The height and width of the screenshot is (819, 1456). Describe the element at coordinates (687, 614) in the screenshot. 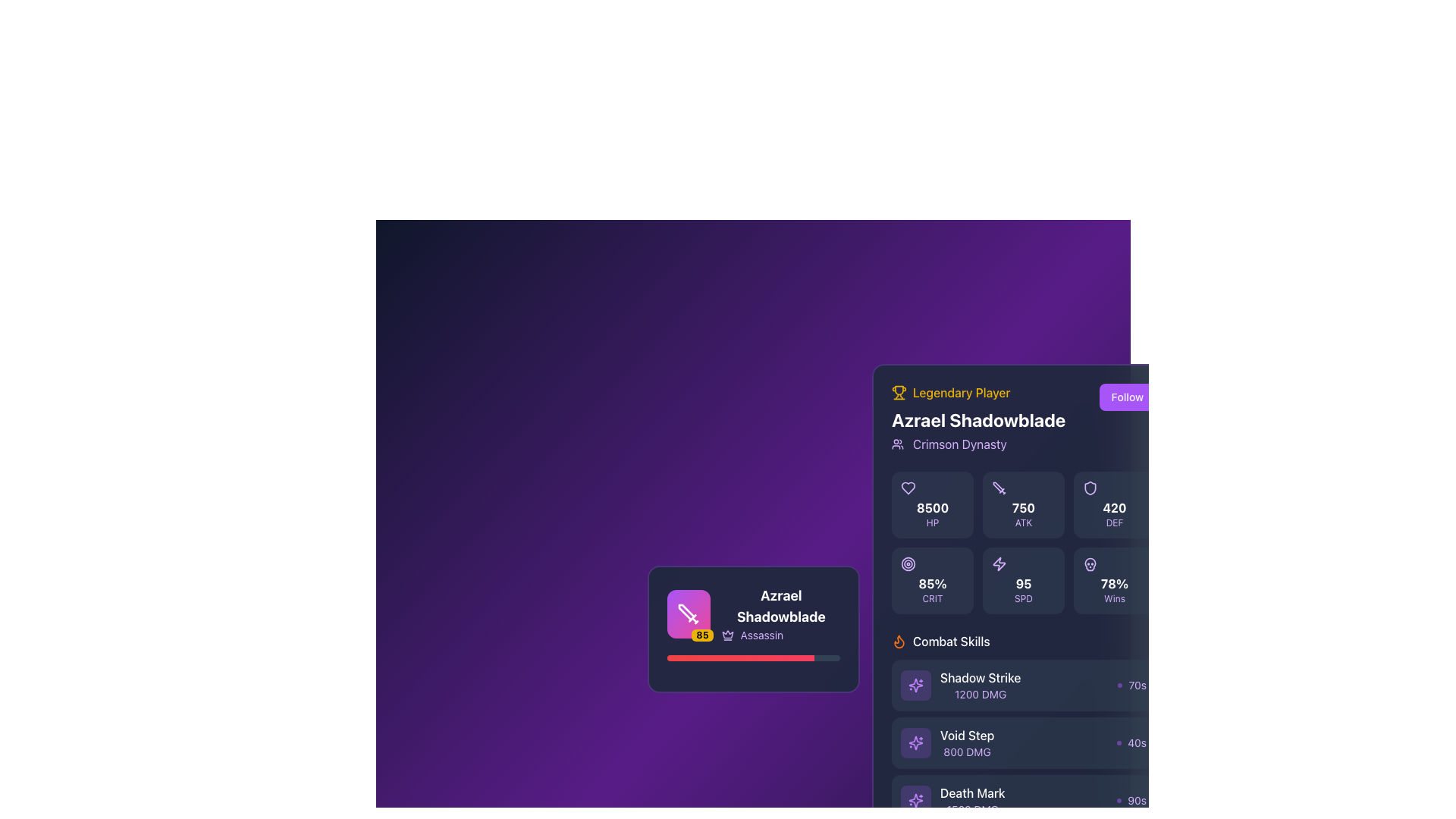

I see `the graphical display tile with rounded corners that has a gradient background transitioning from purple to pink for accessibility` at that location.